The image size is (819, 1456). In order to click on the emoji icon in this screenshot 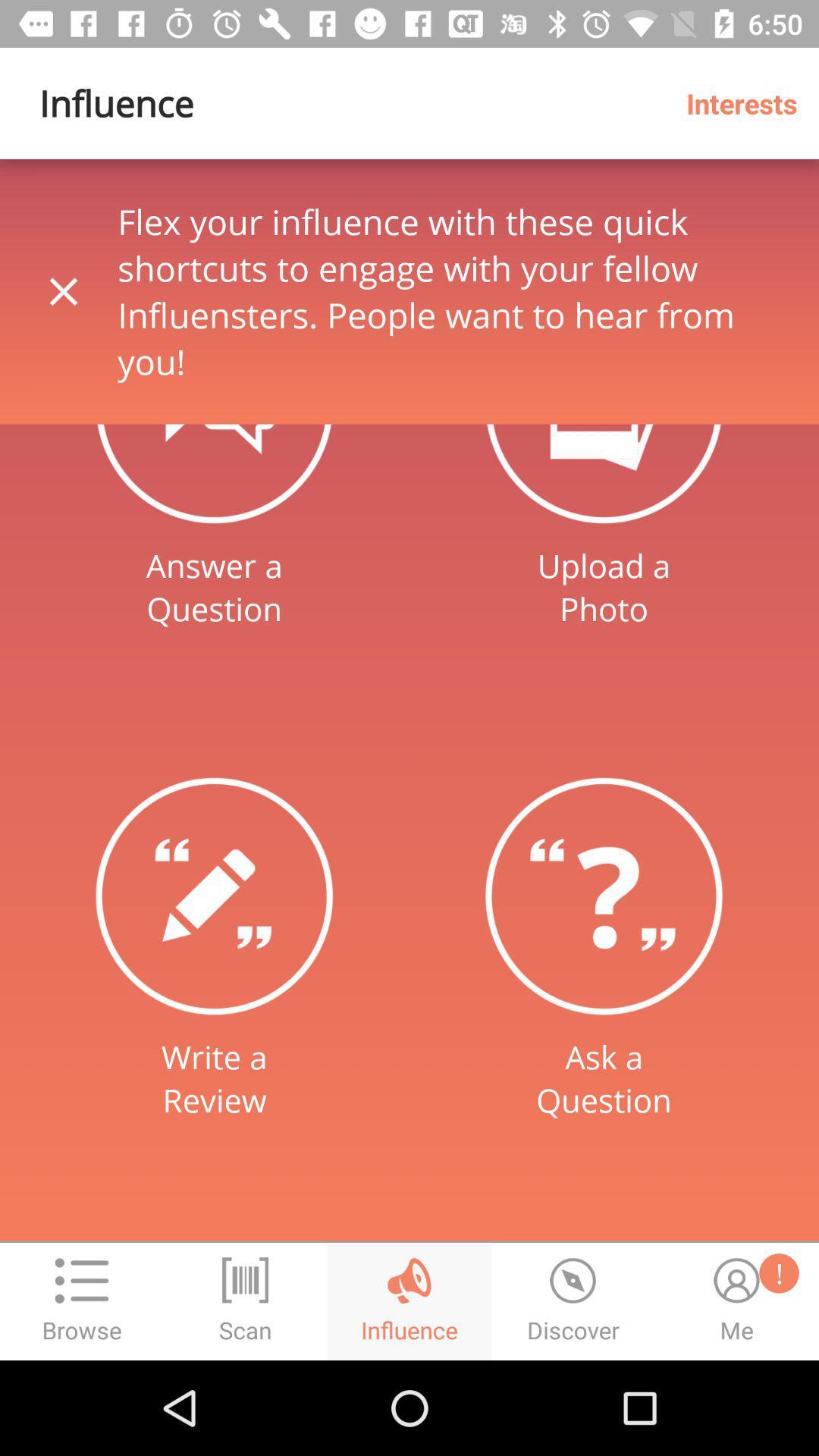, I will do `click(736, 1301)`.